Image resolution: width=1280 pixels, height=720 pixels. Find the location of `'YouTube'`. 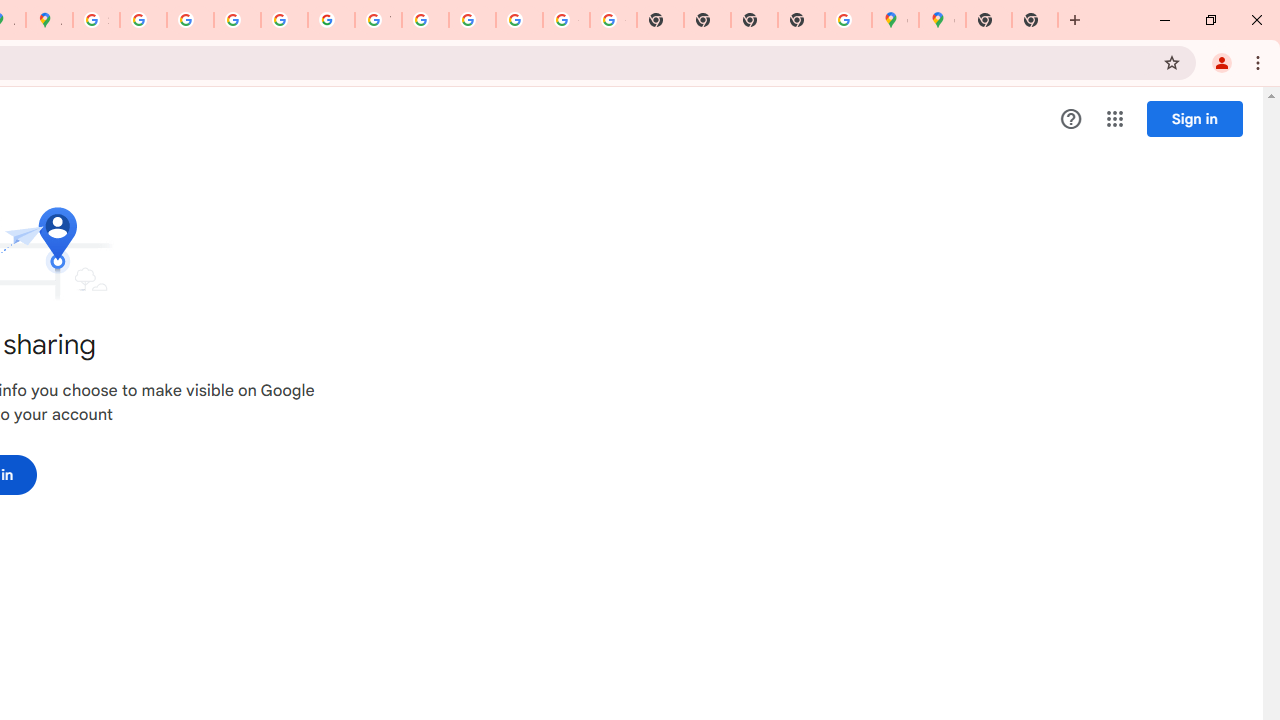

'YouTube' is located at coordinates (378, 20).